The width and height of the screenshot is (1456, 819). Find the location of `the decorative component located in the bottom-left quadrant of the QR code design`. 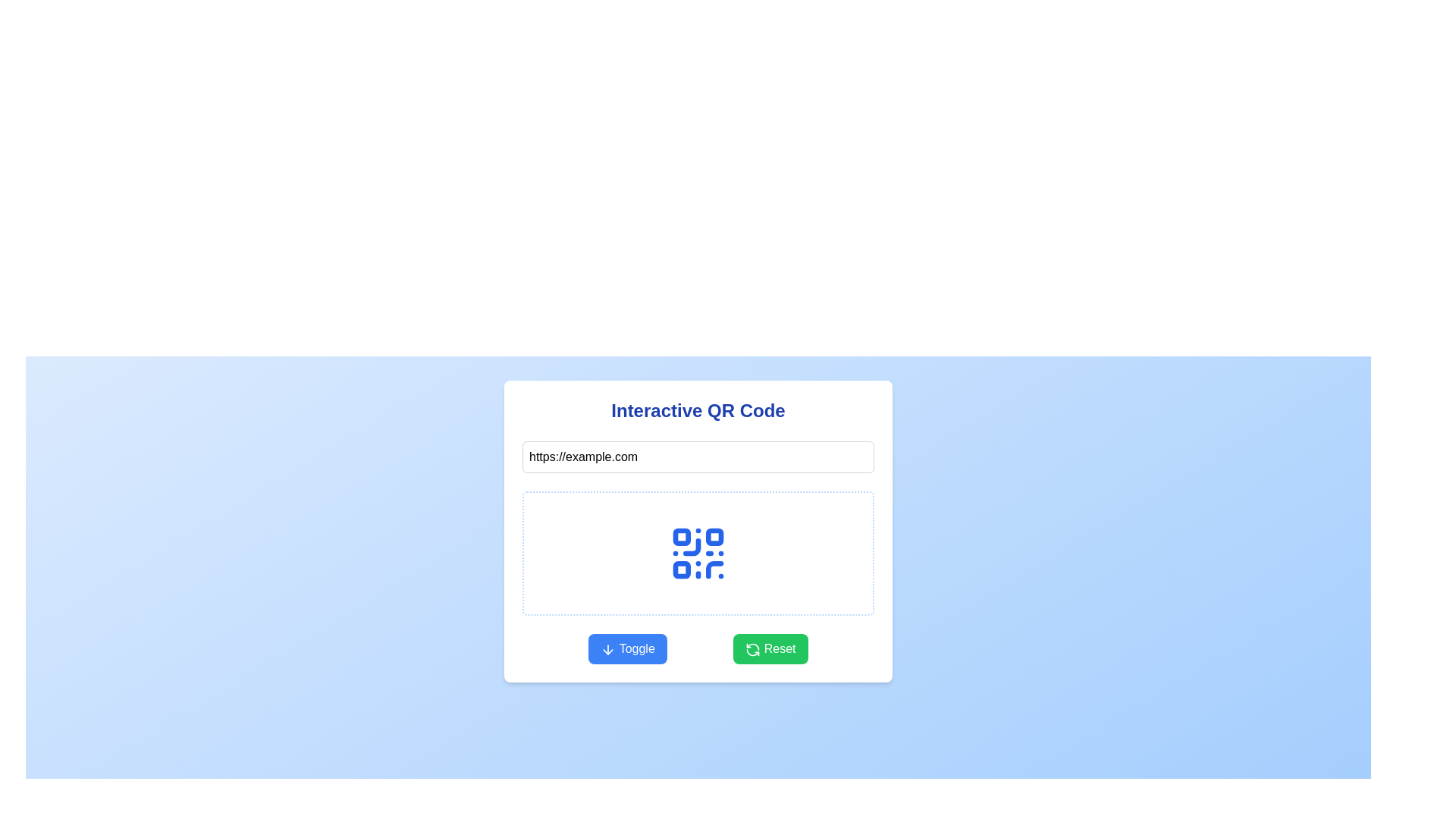

the decorative component located in the bottom-left quadrant of the QR code design is located at coordinates (681, 570).